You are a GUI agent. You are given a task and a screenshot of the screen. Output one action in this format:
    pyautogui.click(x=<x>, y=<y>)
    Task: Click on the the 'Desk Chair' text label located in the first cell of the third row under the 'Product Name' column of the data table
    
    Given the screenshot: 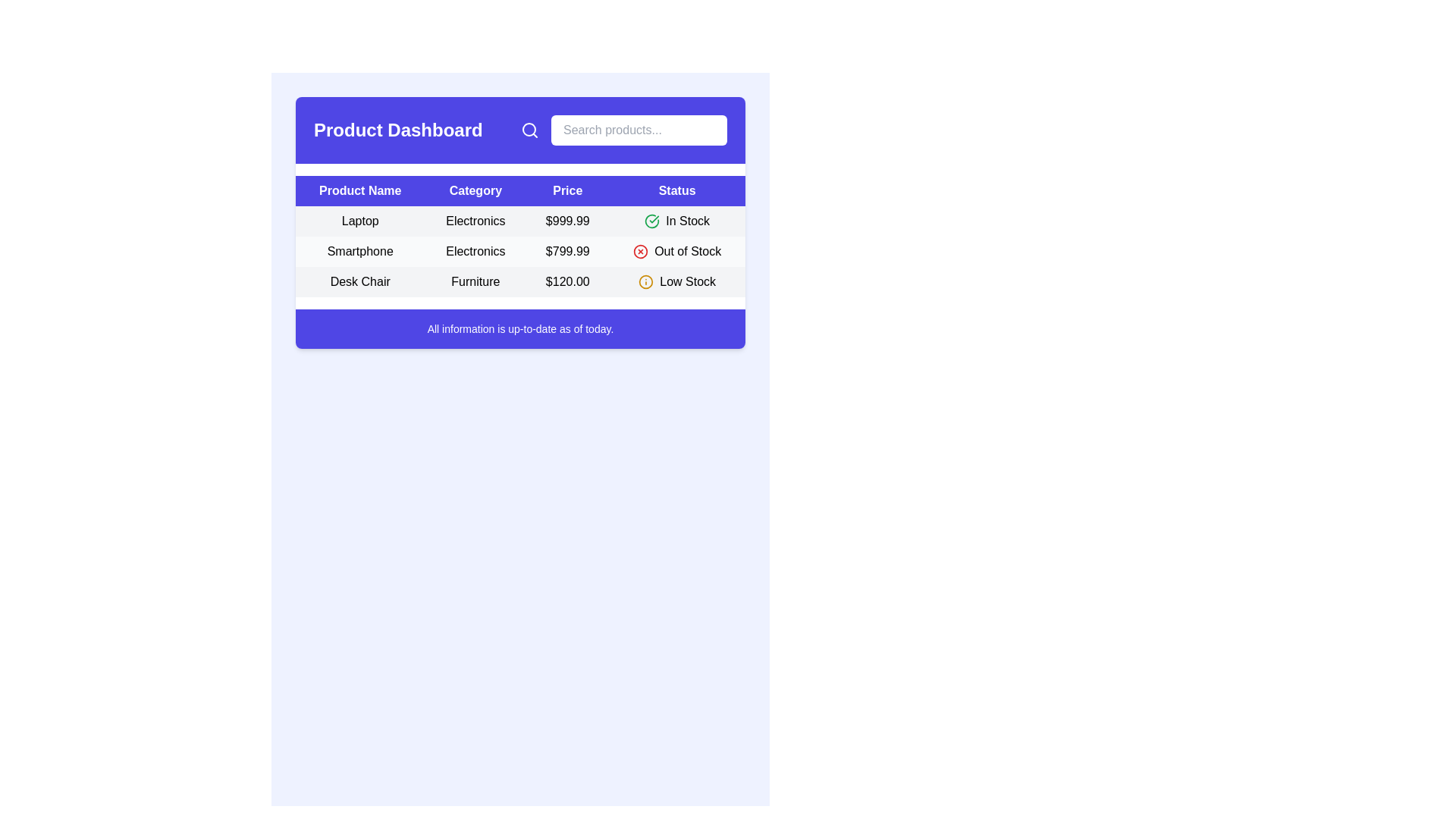 What is the action you would take?
    pyautogui.click(x=359, y=281)
    